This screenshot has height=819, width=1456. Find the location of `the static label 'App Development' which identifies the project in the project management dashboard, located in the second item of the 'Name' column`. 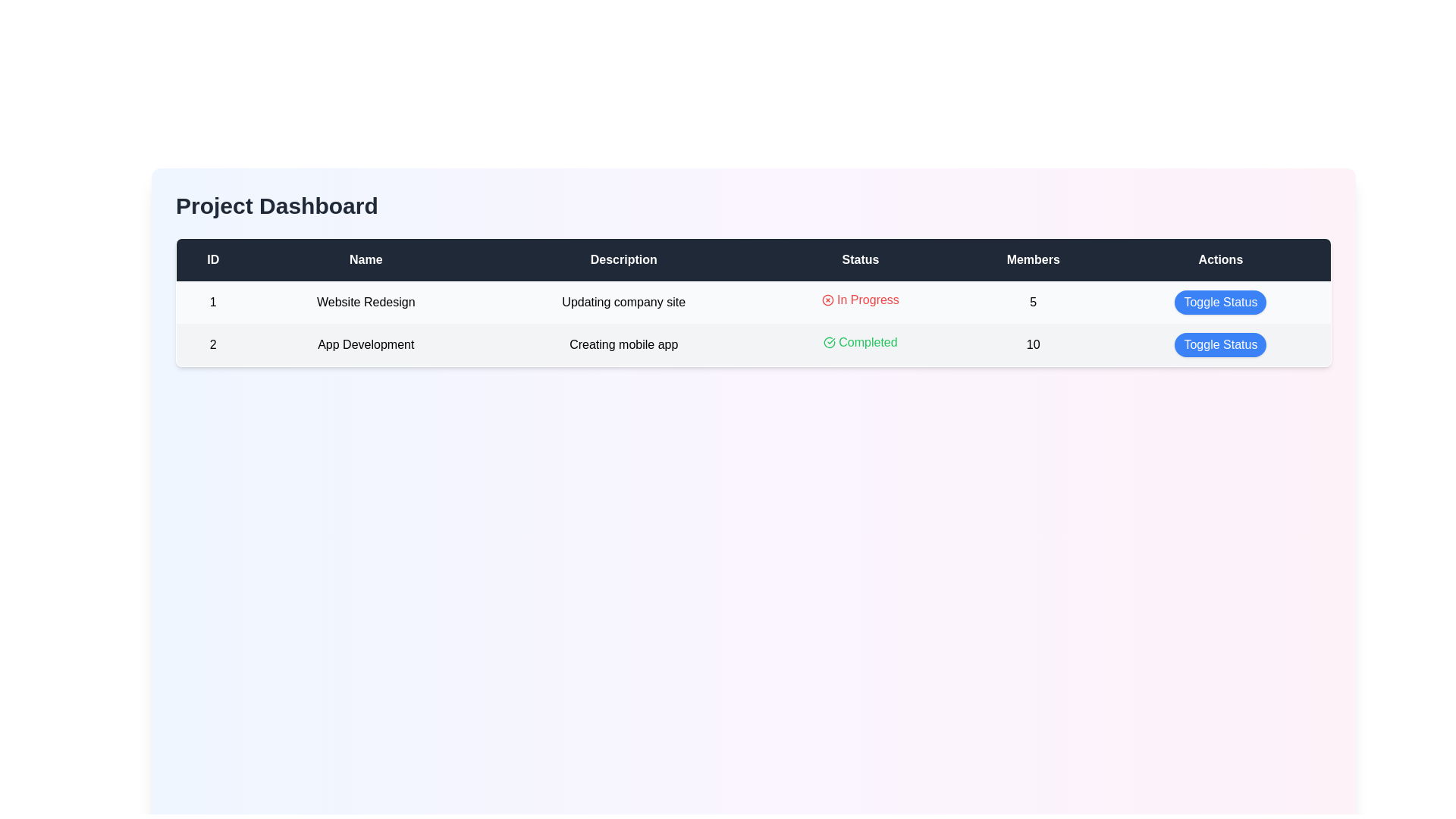

the static label 'App Development' which identifies the project in the project management dashboard, located in the second item of the 'Name' column is located at coordinates (366, 345).